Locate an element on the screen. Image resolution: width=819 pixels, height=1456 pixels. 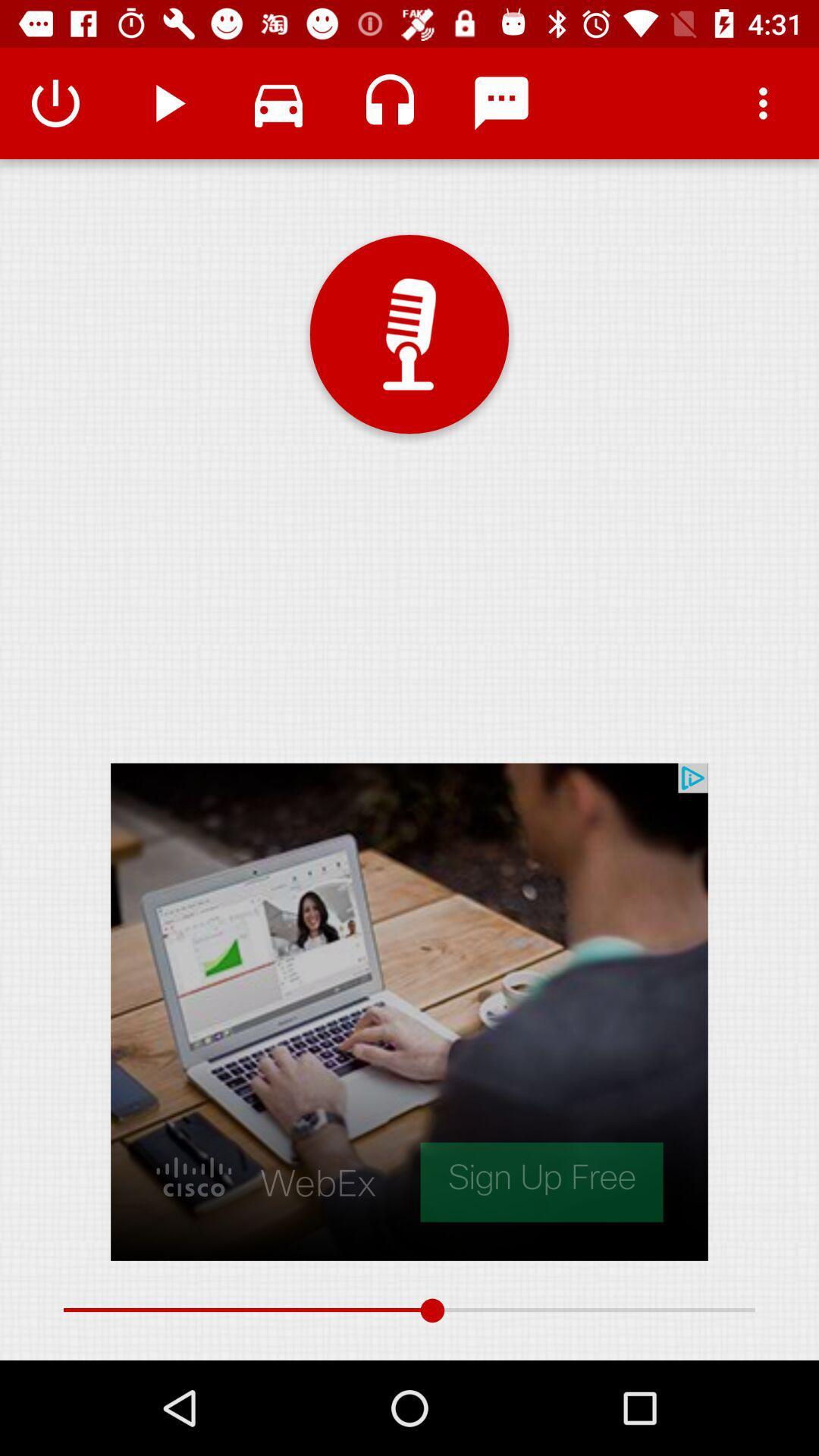
the play icon is located at coordinates (167, 102).